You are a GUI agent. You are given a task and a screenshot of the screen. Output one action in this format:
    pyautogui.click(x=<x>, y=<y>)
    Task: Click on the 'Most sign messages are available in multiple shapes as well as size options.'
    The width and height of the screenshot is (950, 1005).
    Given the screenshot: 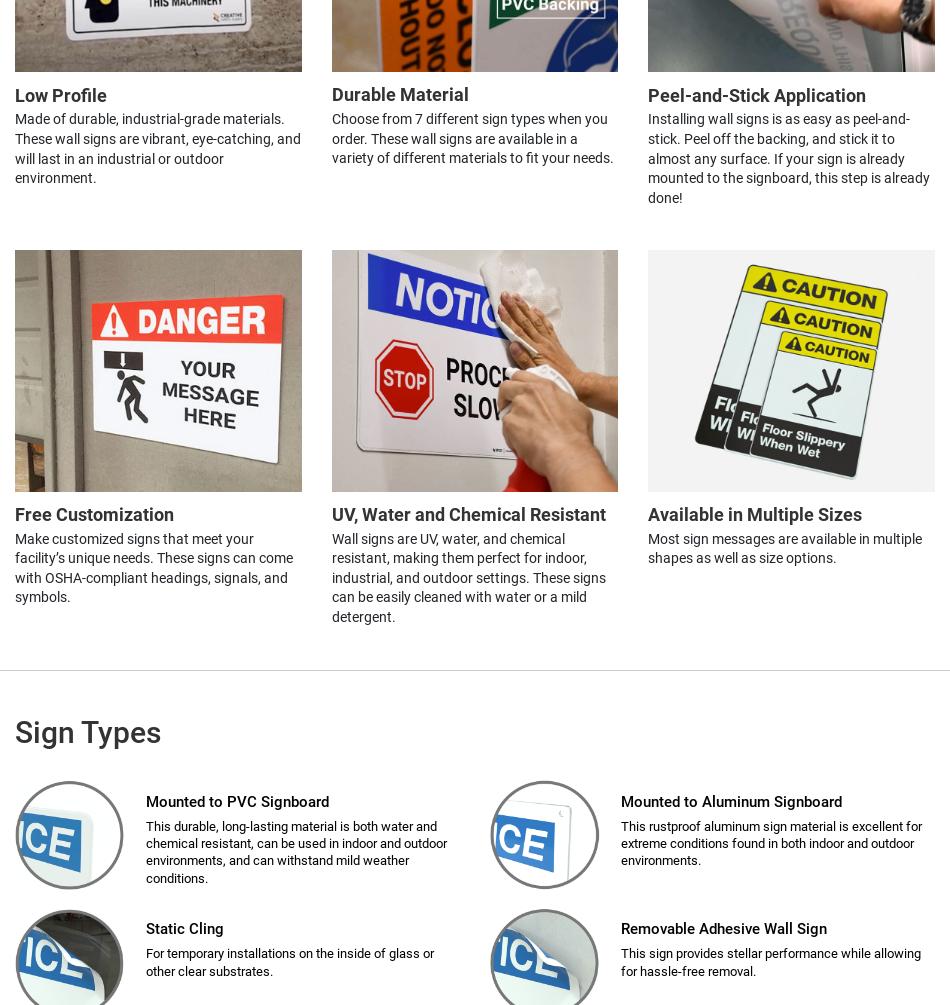 What is the action you would take?
    pyautogui.click(x=783, y=547)
    